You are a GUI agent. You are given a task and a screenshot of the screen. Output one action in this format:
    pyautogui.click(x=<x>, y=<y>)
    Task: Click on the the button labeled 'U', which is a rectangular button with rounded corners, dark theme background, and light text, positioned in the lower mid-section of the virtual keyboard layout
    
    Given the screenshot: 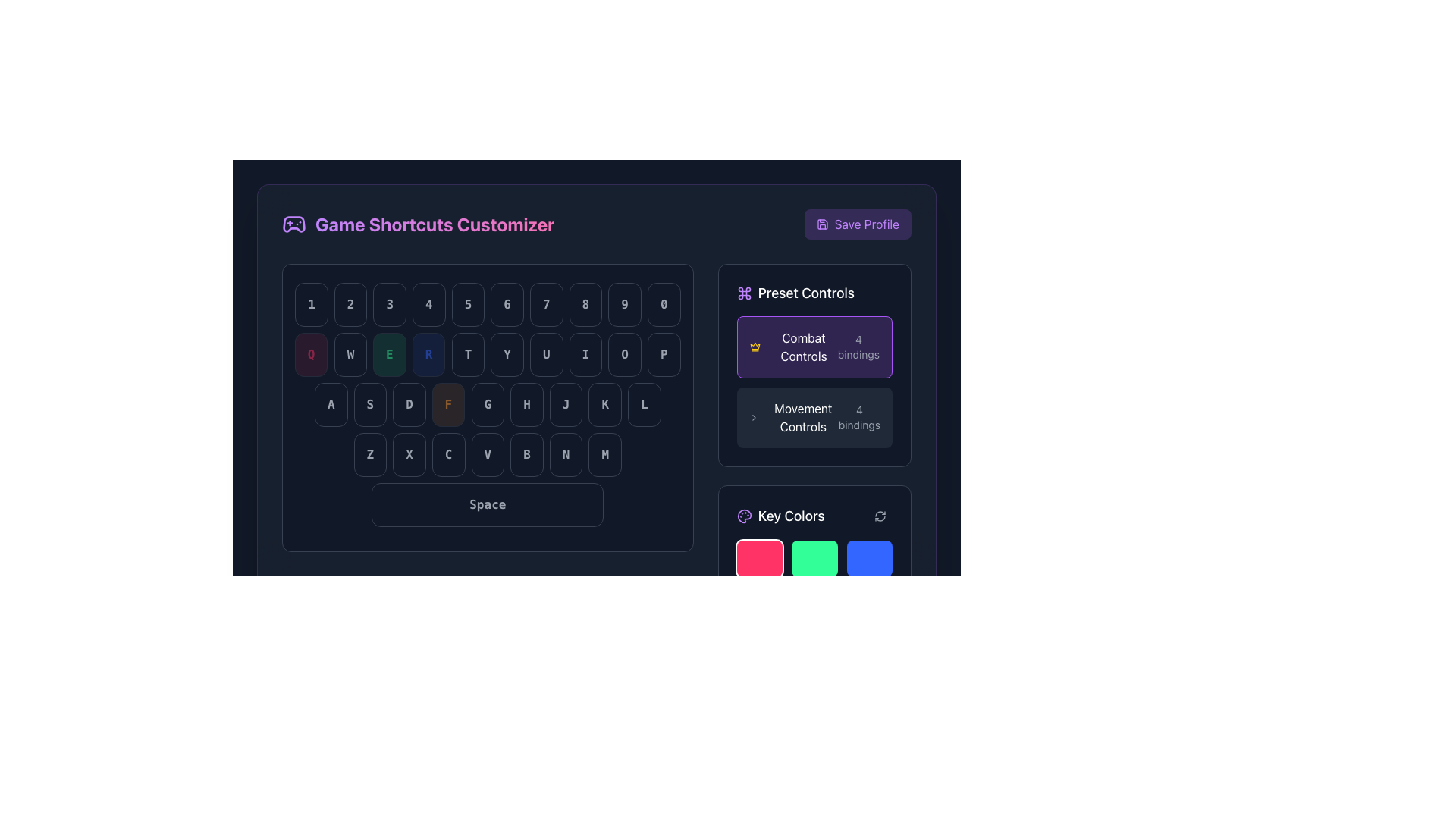 What is the action you would take?
    pyautogui.click(x=546, y=354)
    